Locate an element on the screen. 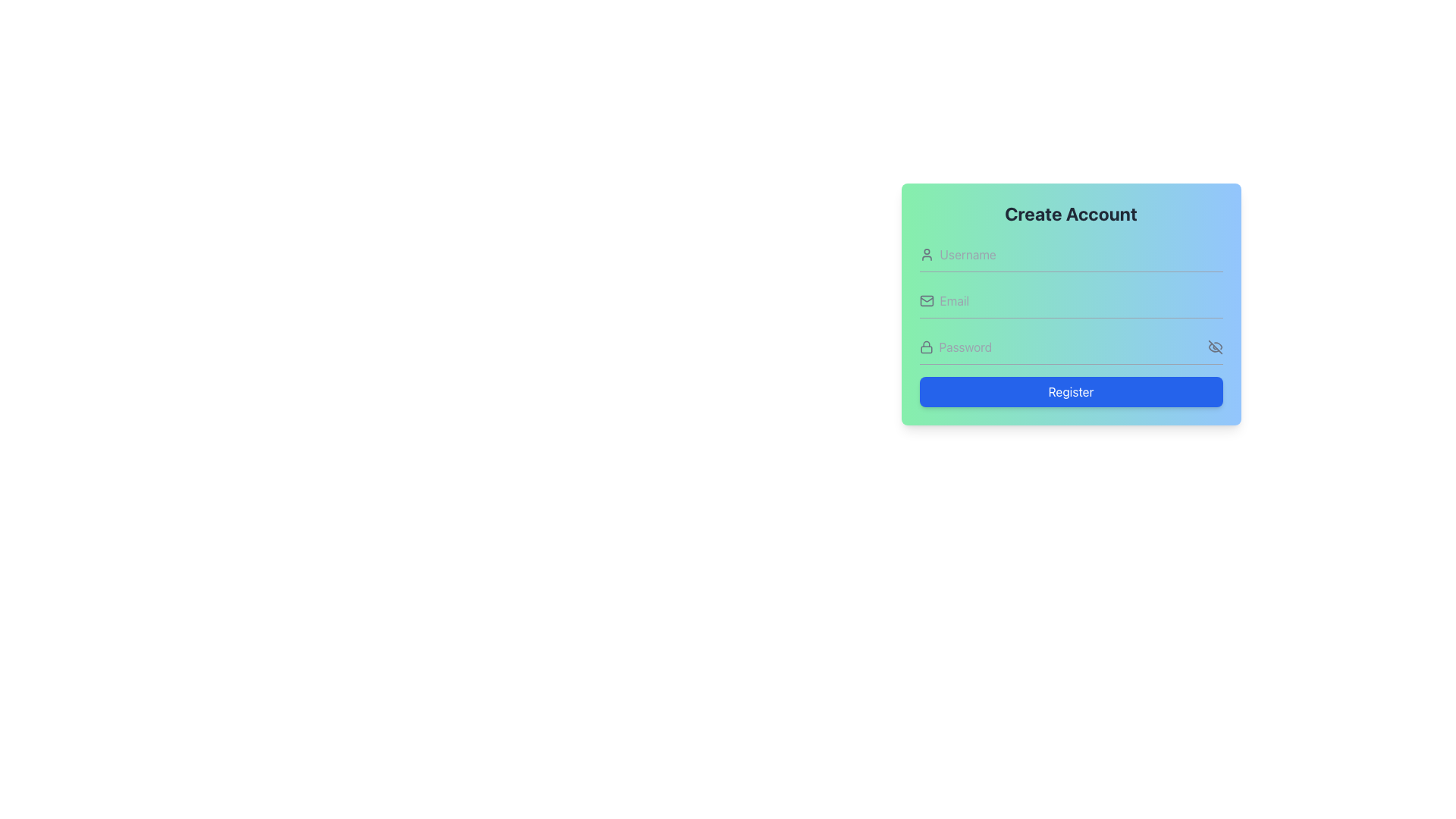 This screenshot has height=819, width=1456. the 'Register' button located at the bottom of the registration form is located at coordinates (1070, 391).